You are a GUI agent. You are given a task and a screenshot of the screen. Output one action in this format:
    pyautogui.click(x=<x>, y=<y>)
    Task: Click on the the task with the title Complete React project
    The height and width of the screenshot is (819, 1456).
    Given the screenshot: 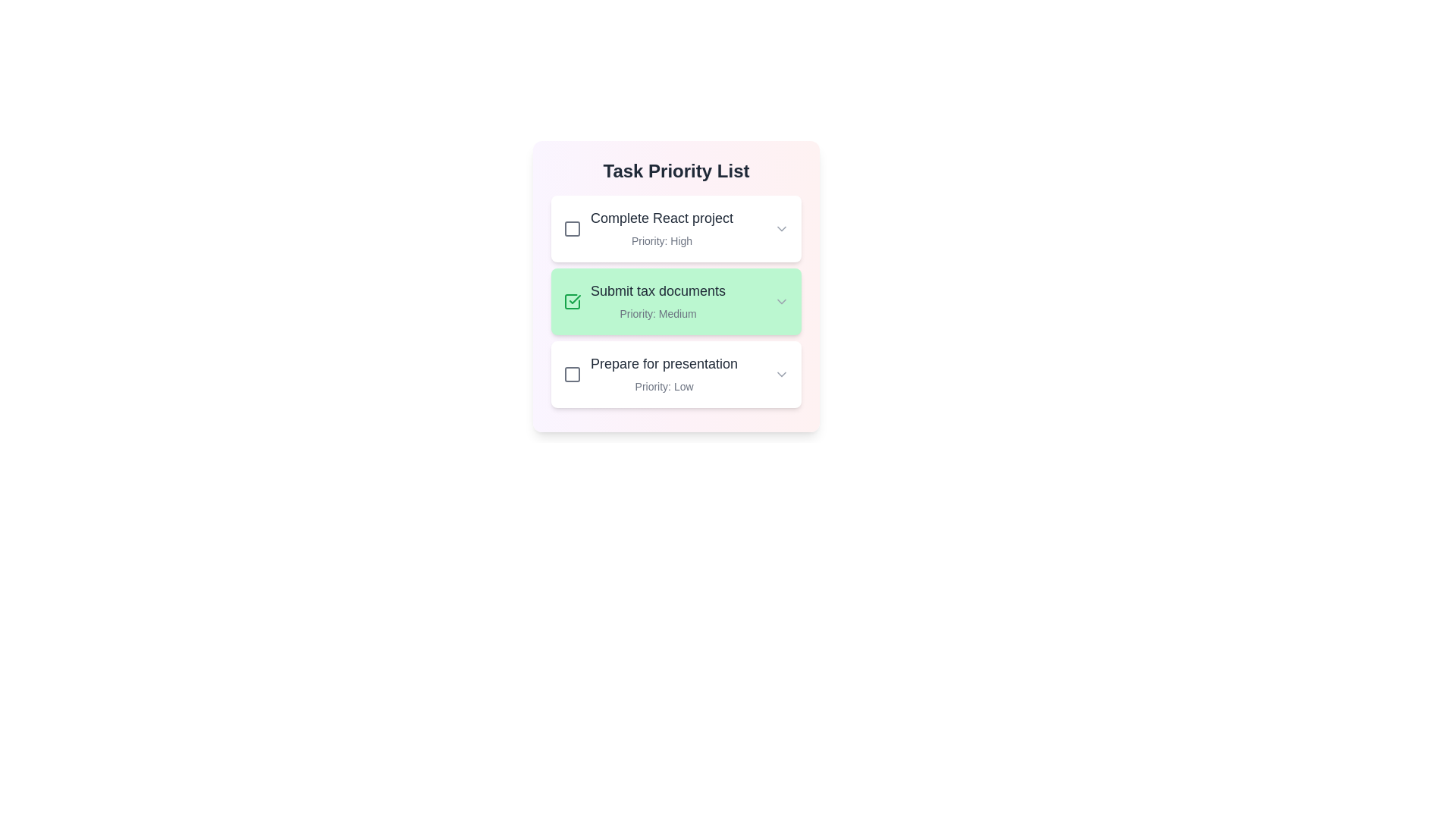 What is the action you would take?
    pyautogui.click(x=676, y=228)
    